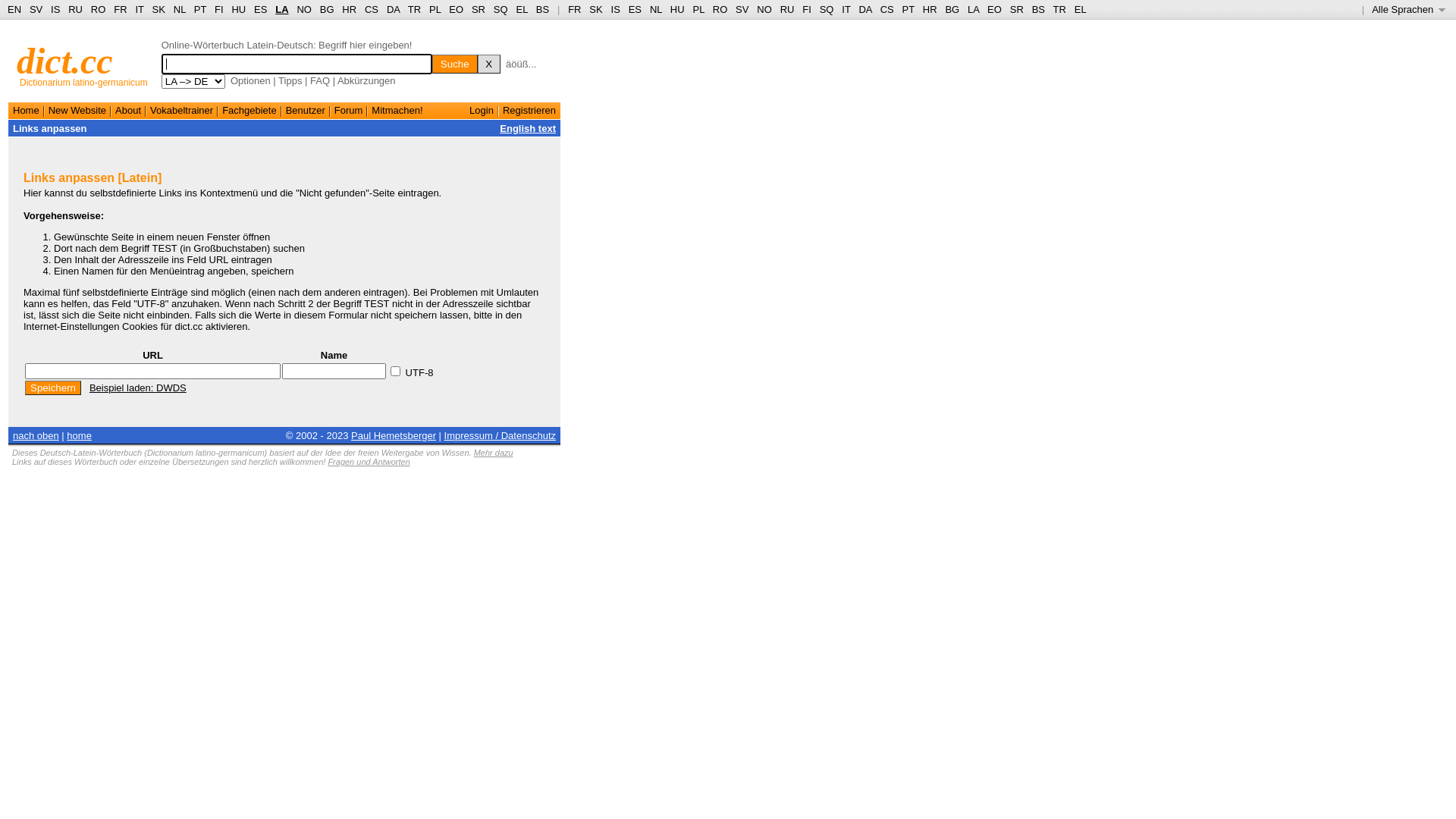  Describe the element at coordinates (348, 9) in the screenshot. I see `'HR'` at that location.